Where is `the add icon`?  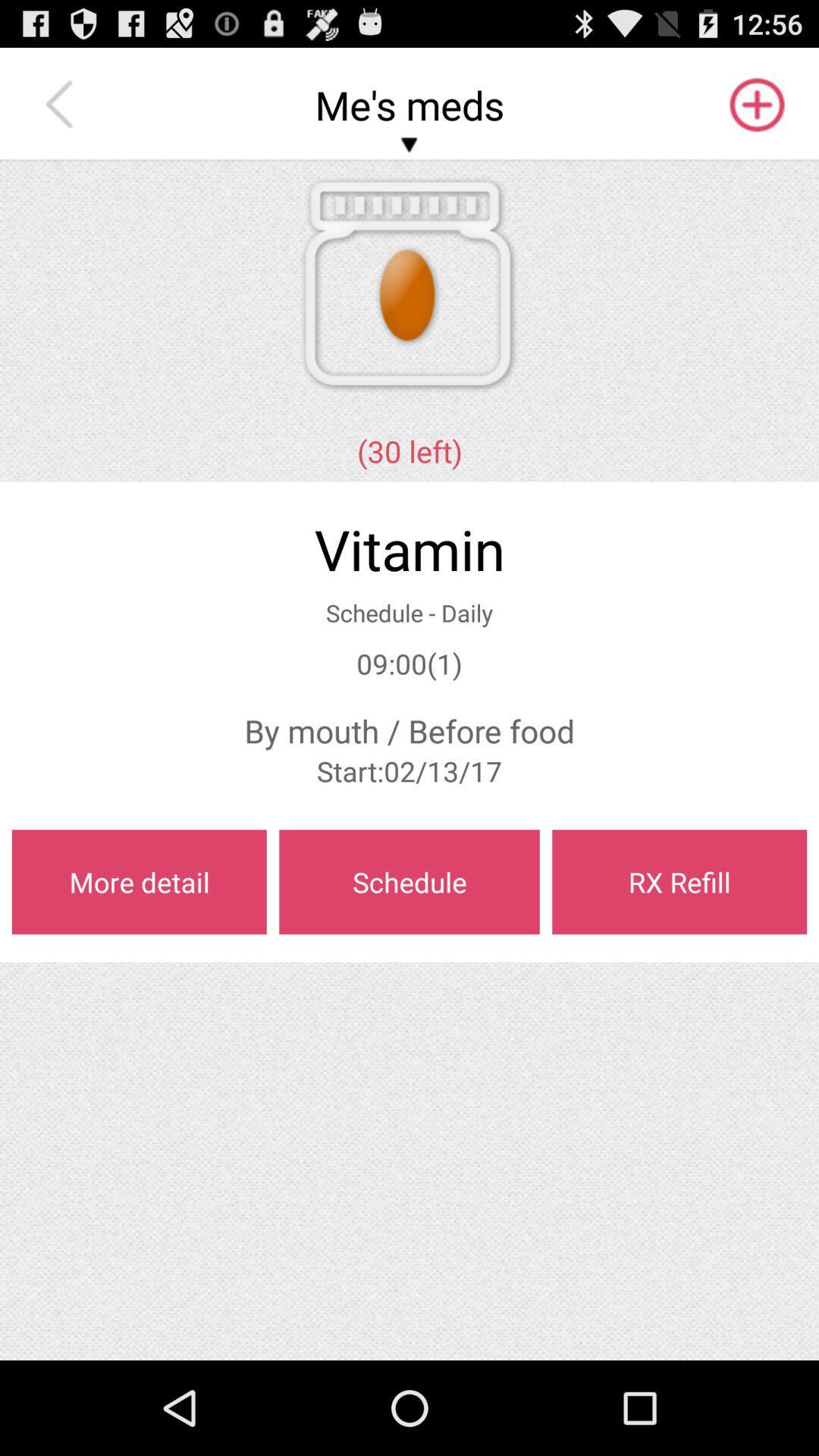
the add icon is located at coordinates (755, 111).